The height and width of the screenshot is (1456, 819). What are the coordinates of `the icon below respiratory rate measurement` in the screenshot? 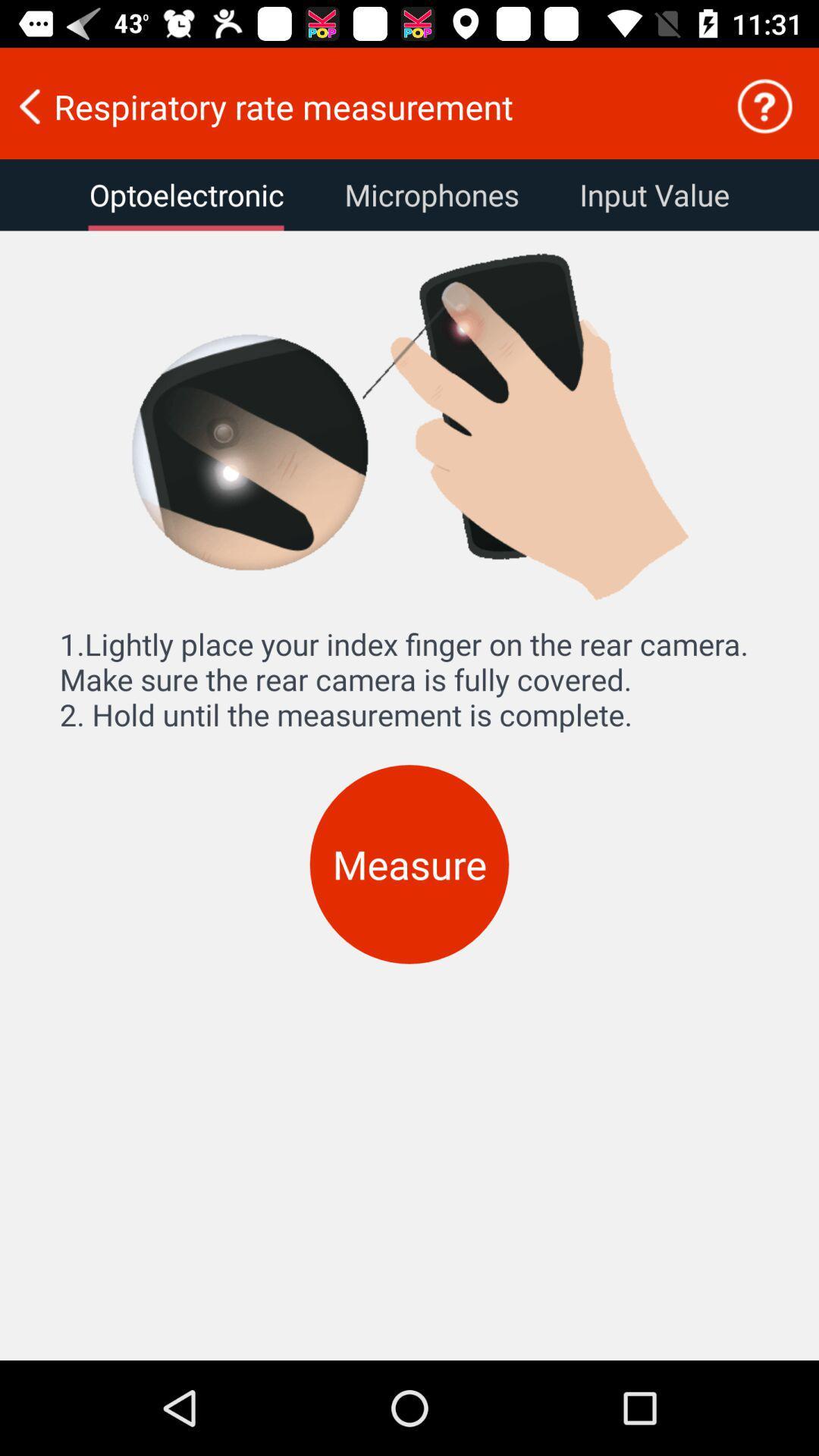 It's located at (186, 194).